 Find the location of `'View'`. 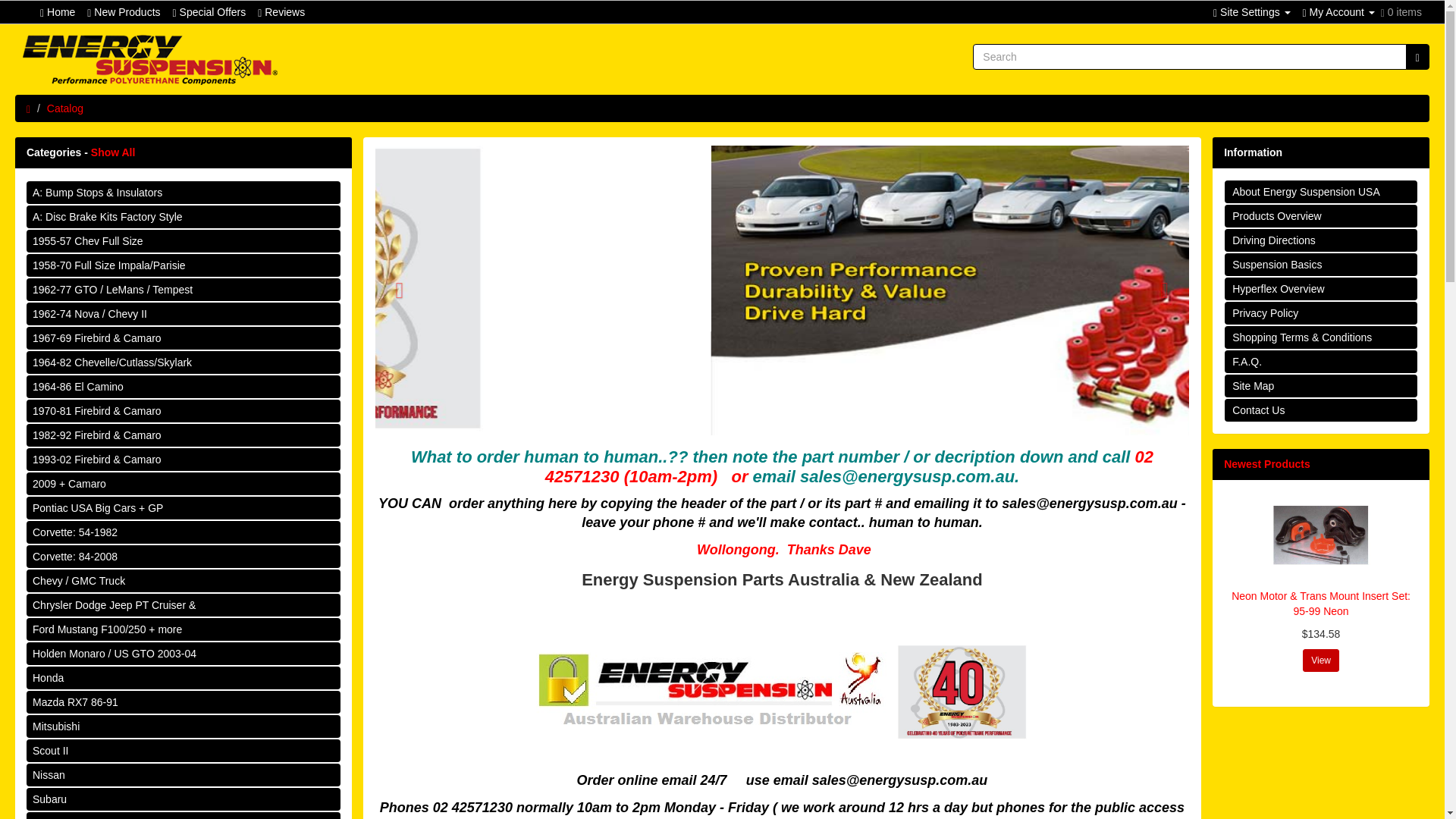

'View' is located at coordinates (1320, 660).